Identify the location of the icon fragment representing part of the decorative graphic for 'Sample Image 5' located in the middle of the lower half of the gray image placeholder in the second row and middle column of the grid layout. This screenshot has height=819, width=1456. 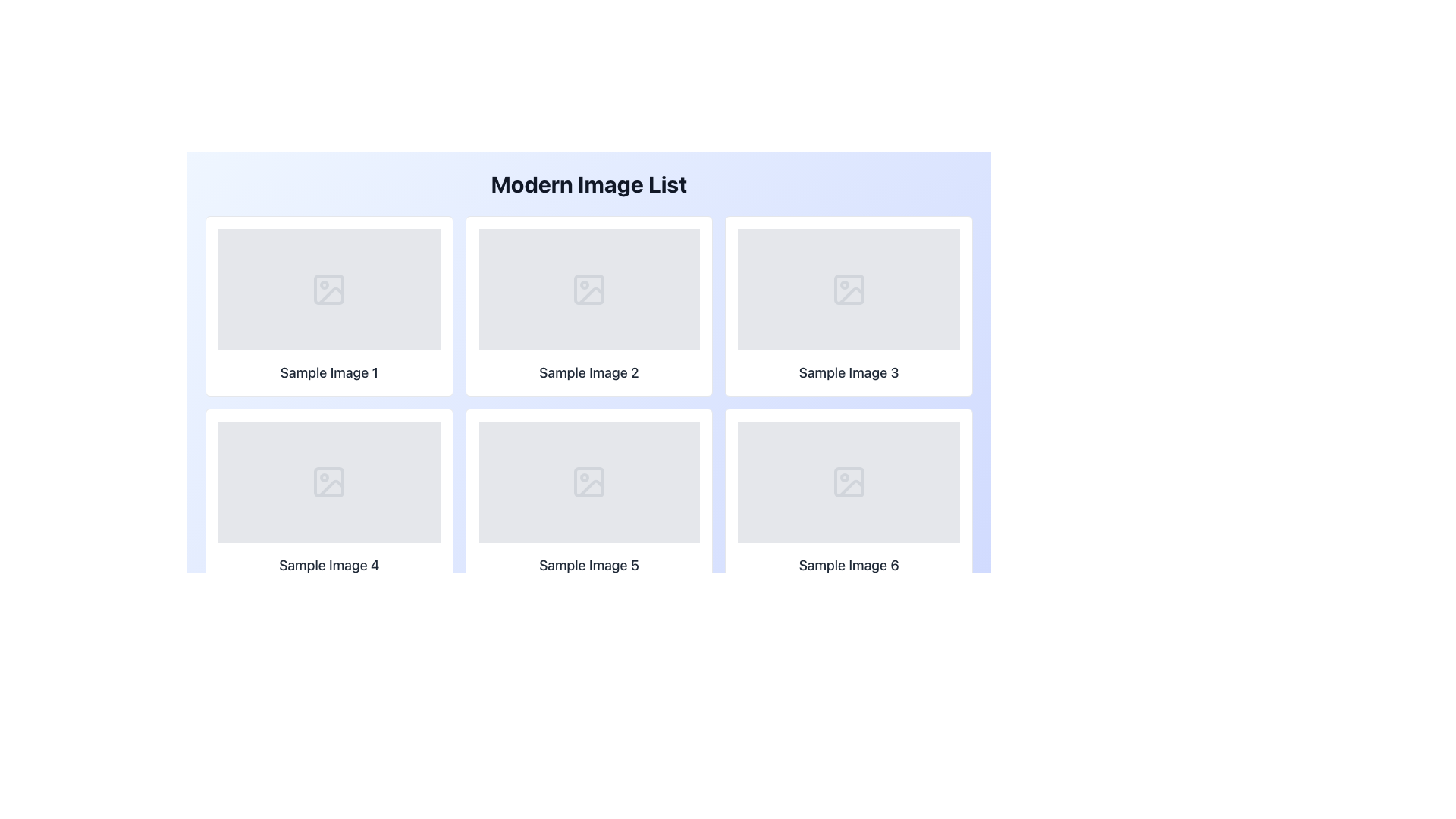
(590, 488).